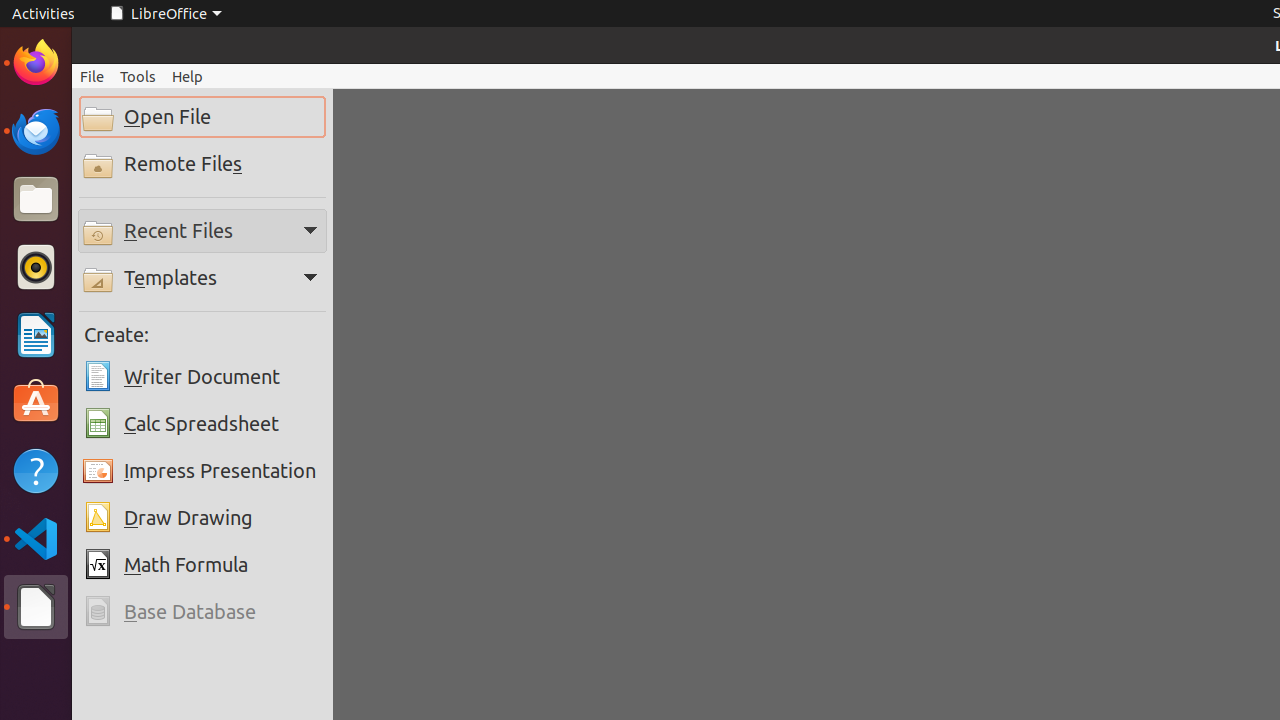 Image resolution: width=1280 pixels, height=720 pixels. Describe the element at coordinates (136, 75) in the screenshot. I see `'Tools'` at that location.